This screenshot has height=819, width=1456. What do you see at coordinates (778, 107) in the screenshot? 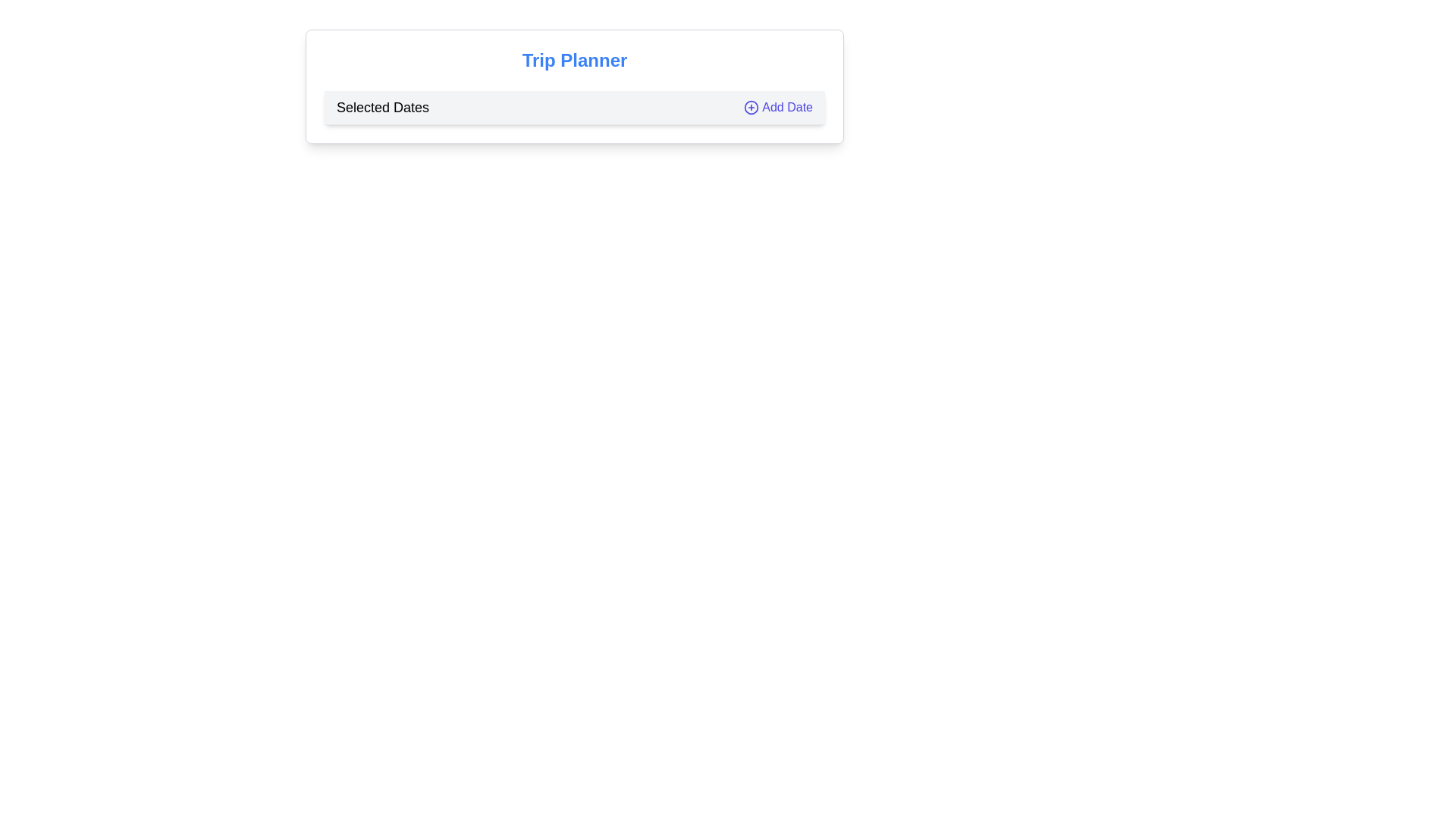
I see `the button located in the top-right corner of the 'Selected Dates' bar` at bounding box center [778, 107].